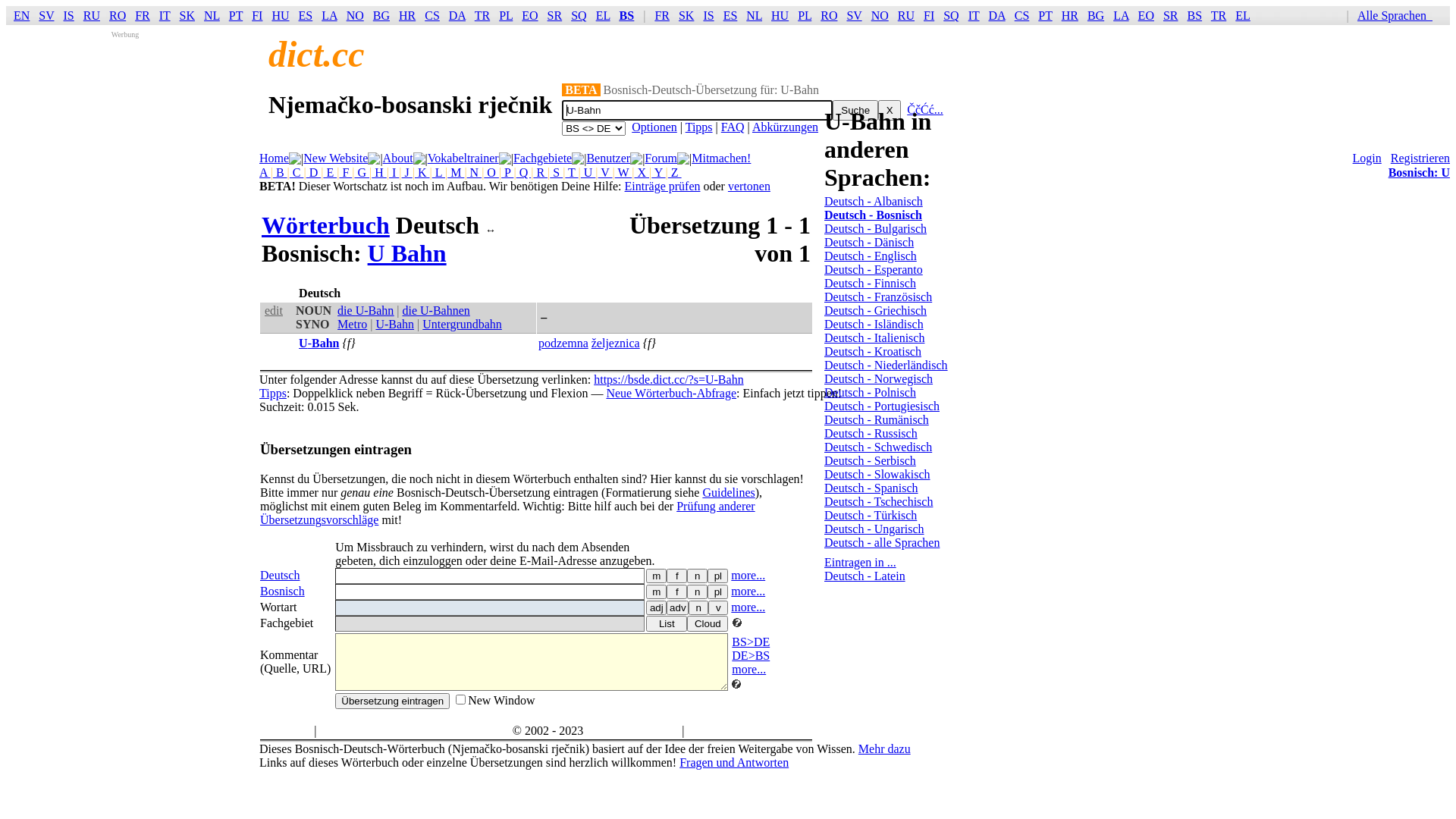 This screenshot has width=1456, height=819. What do you see at coordinates (1397, 15) in the screenshot?
I see `'Alle Sprachen '` at bounding box center [1397, 15].